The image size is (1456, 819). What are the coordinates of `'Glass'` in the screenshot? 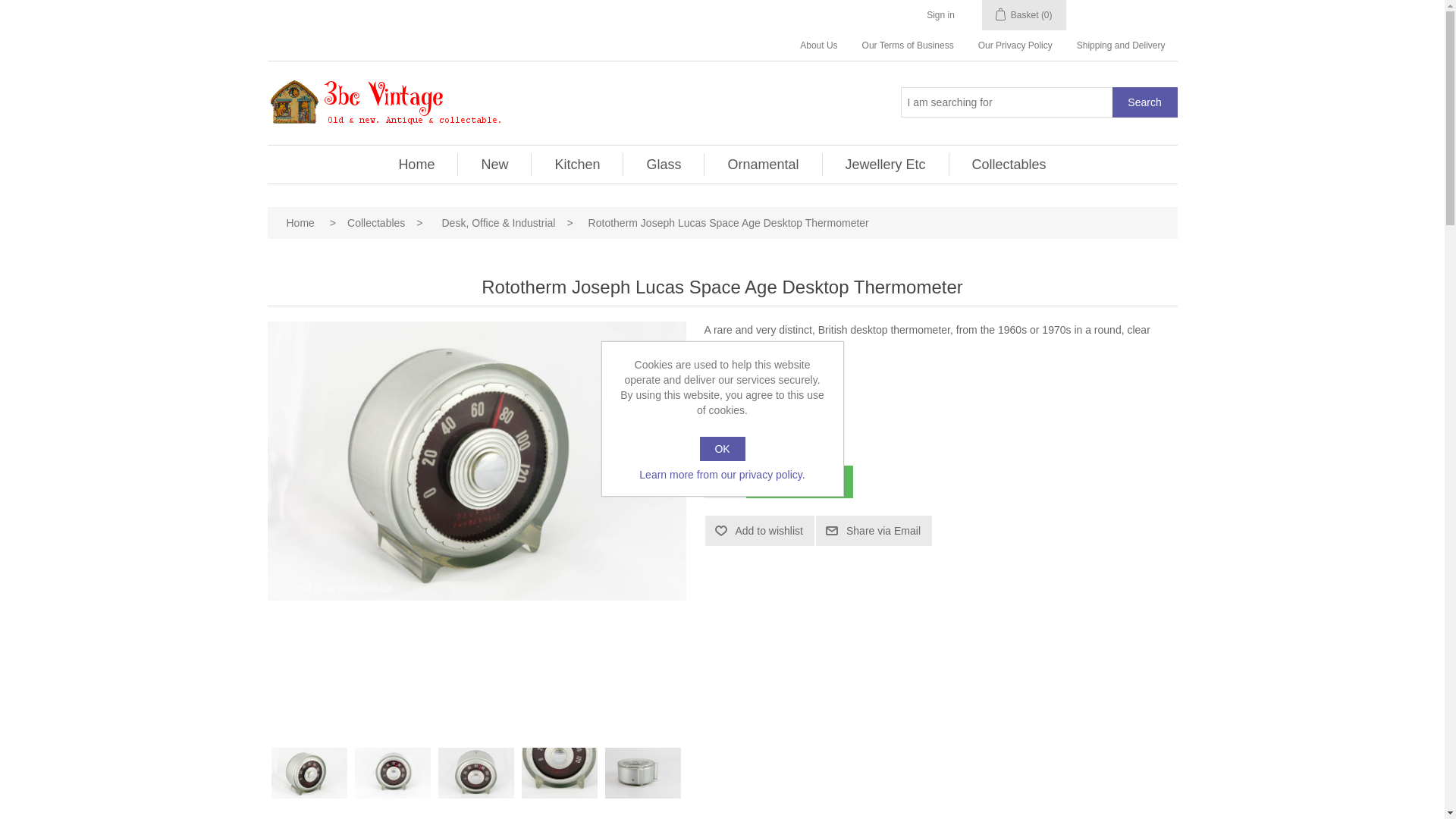 It's located at (663, 164).